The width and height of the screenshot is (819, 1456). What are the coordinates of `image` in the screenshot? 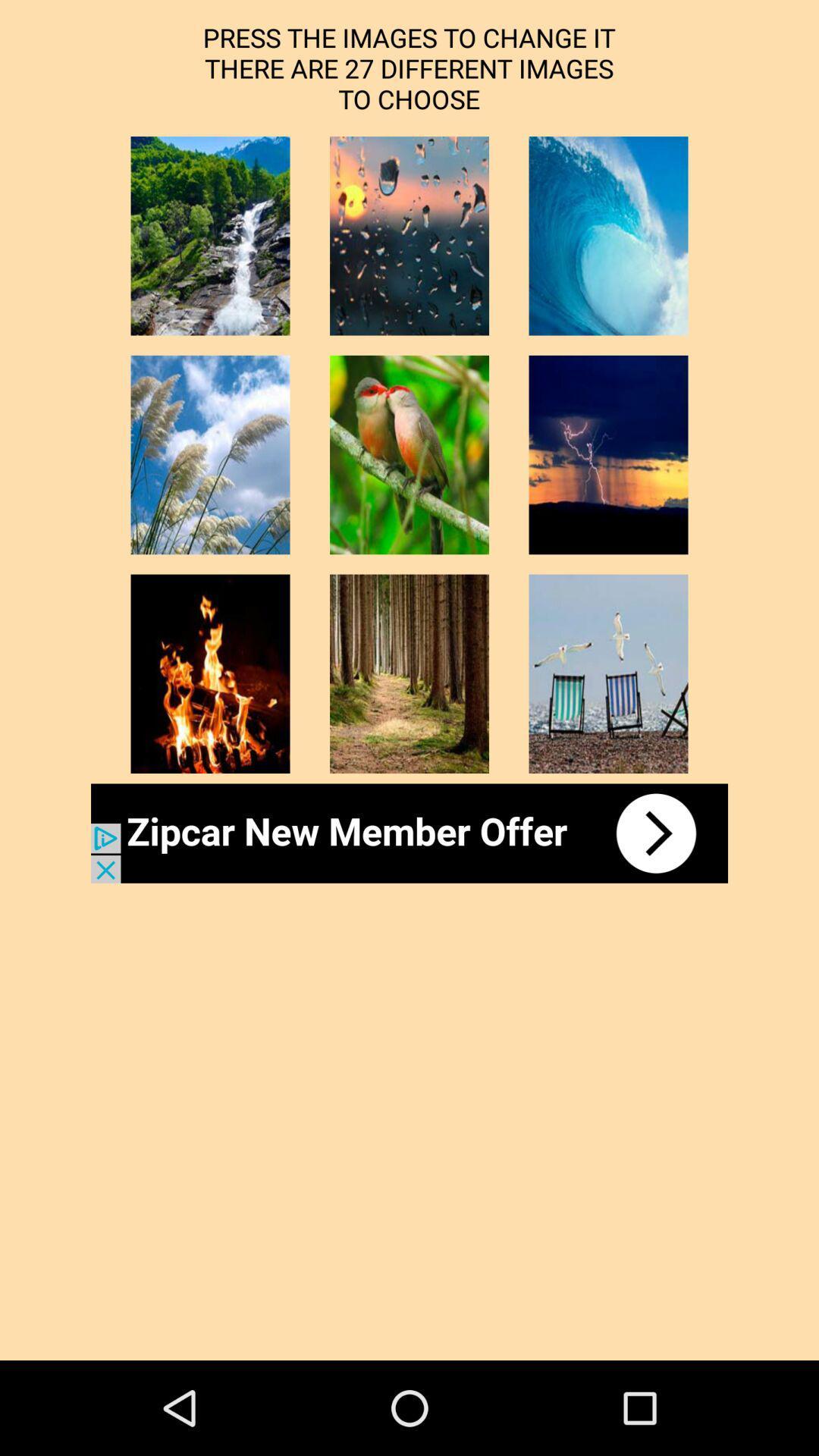 It's located at (607, 673).